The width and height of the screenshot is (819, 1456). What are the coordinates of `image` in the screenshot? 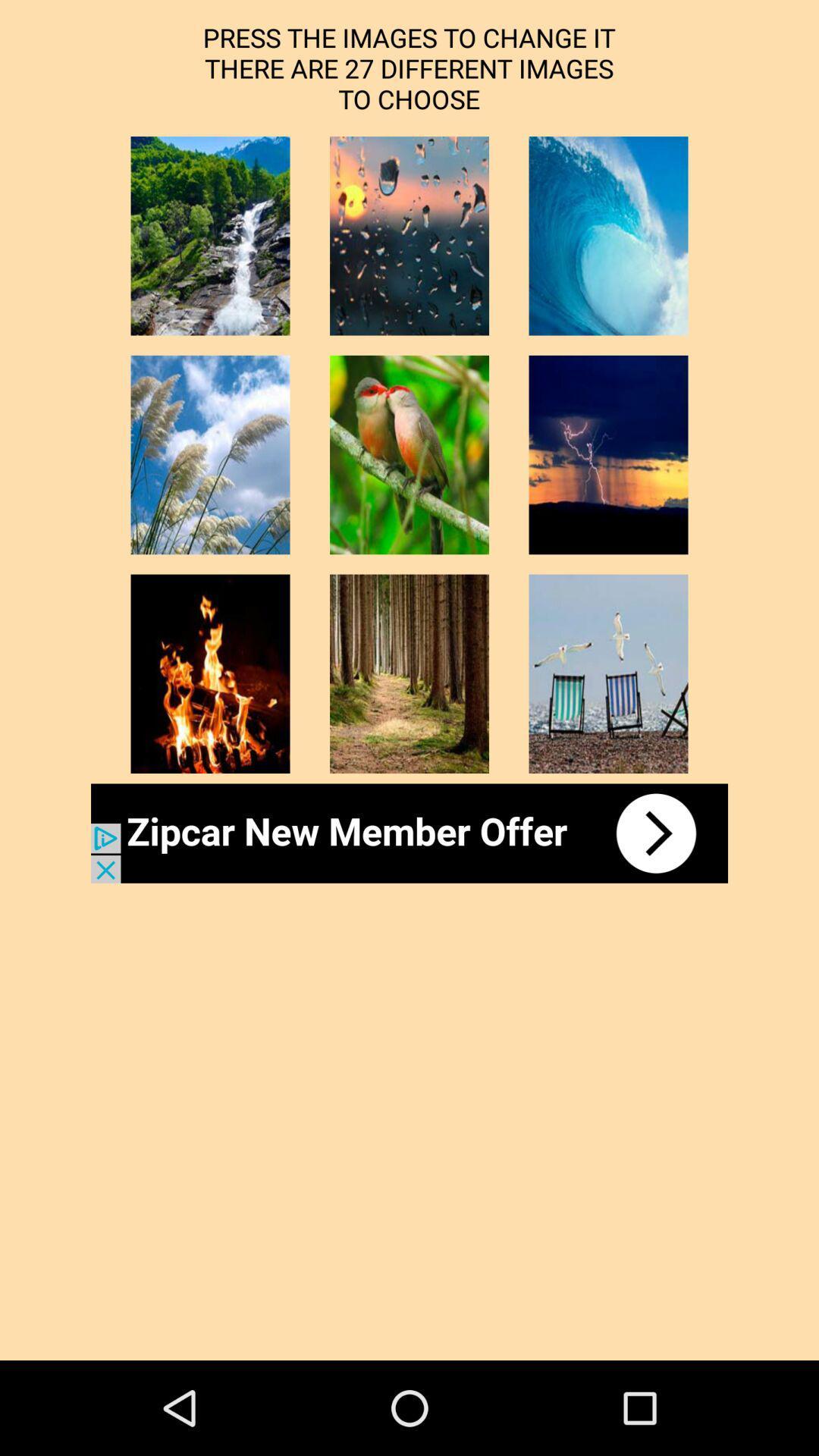 It's located at (607, 673).